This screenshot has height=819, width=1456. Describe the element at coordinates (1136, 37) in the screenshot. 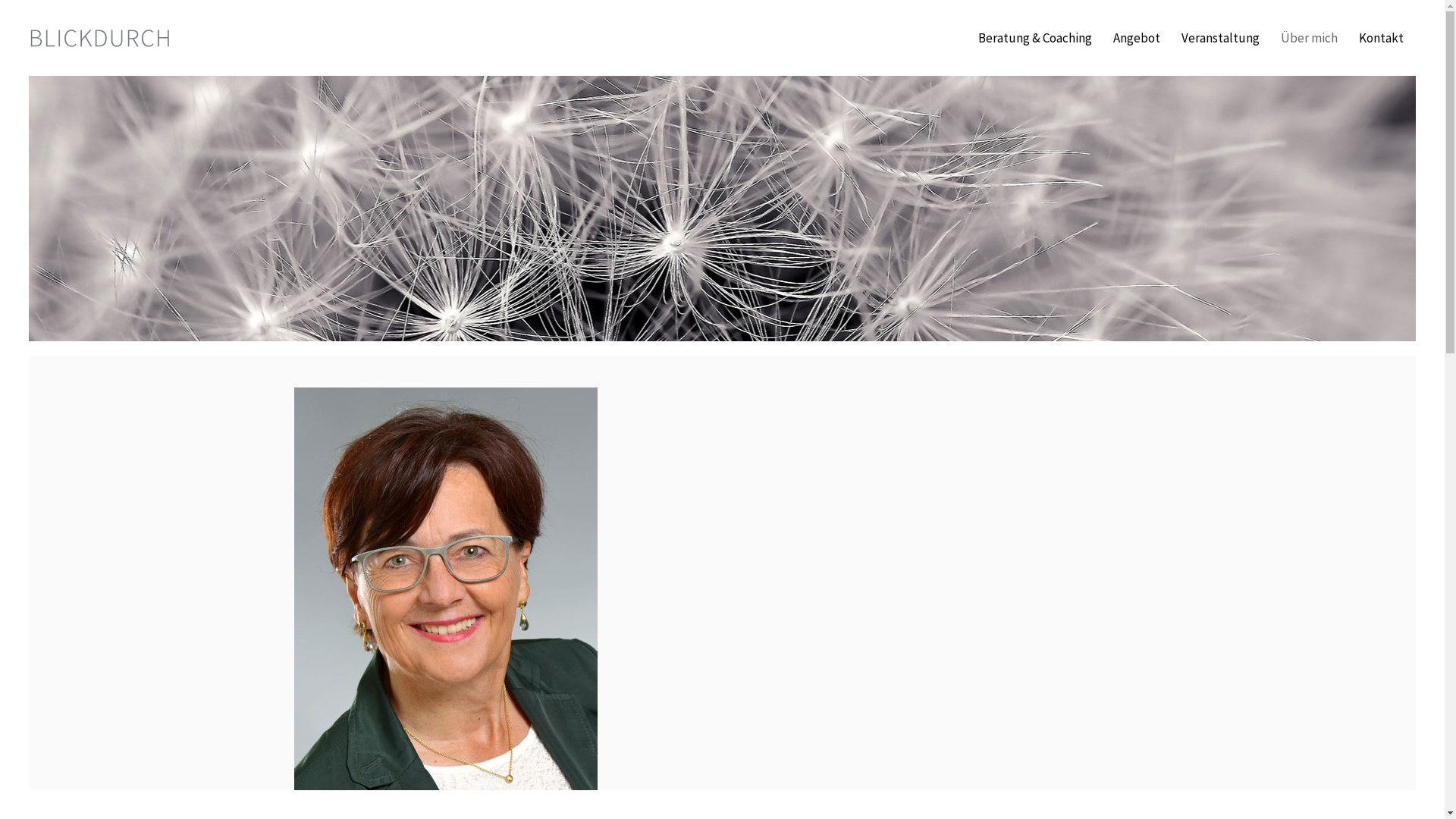

I see `'Angebot'` at that location.